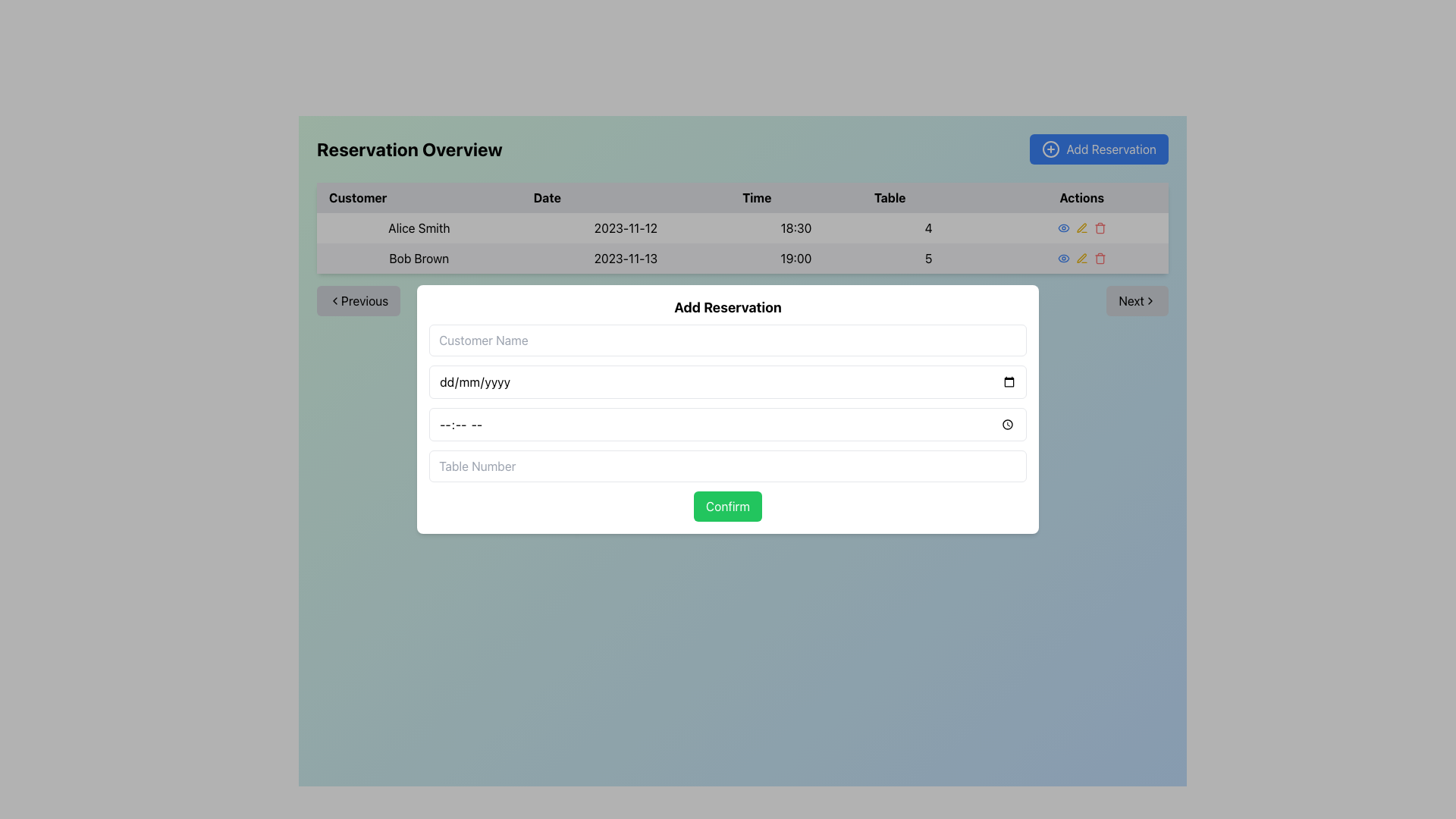 This screenshot has width=1456, height=819. What do you see at coordinates (1080, 227) in the screenshot?
I see `the yellow pencil icon button located within the action column of the table to initiate an action` at bounding box center [1080, 227].